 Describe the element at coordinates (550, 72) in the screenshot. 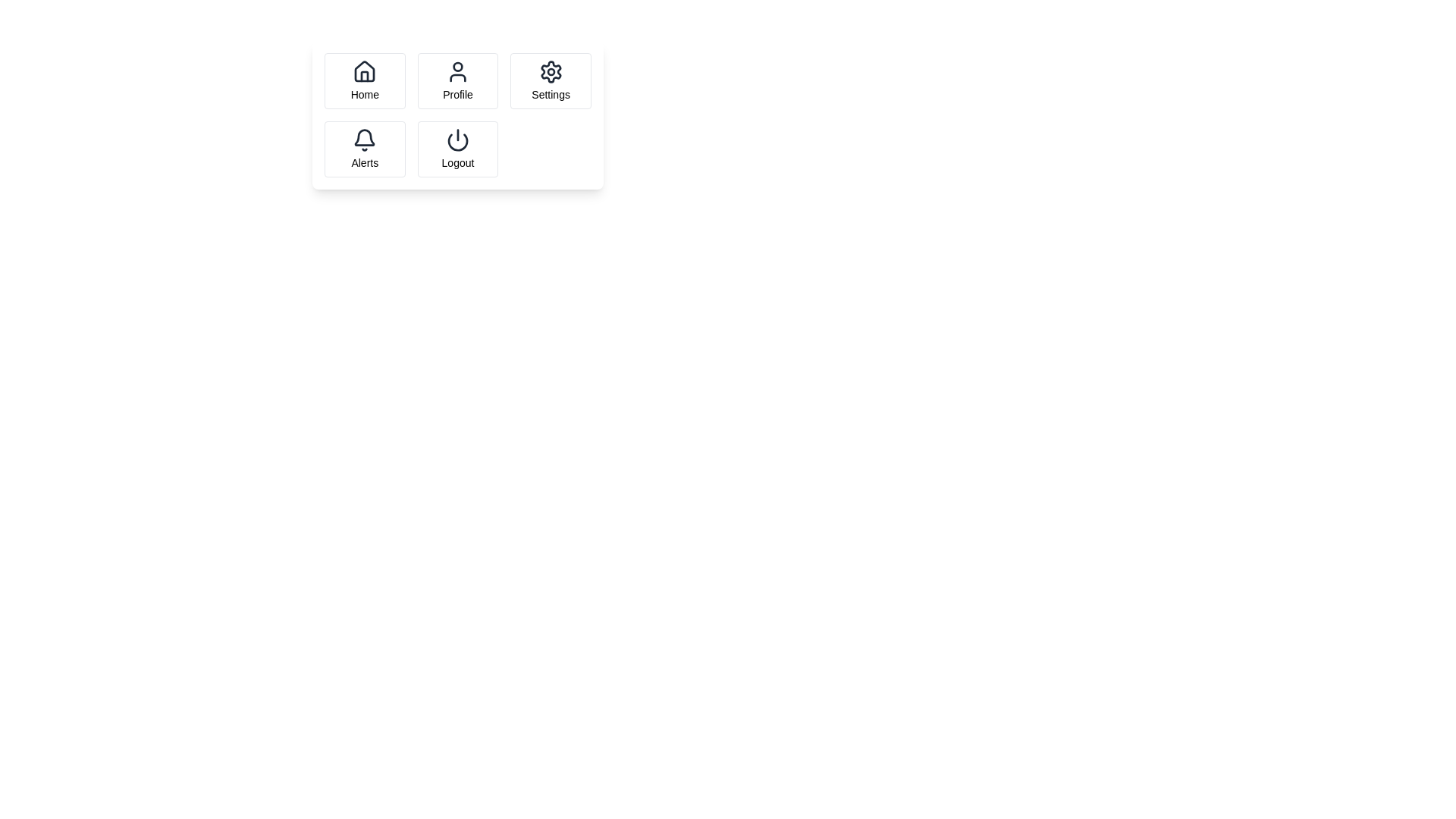

I see `the settings icon located at the top right corner of the grid of icons` at that location.